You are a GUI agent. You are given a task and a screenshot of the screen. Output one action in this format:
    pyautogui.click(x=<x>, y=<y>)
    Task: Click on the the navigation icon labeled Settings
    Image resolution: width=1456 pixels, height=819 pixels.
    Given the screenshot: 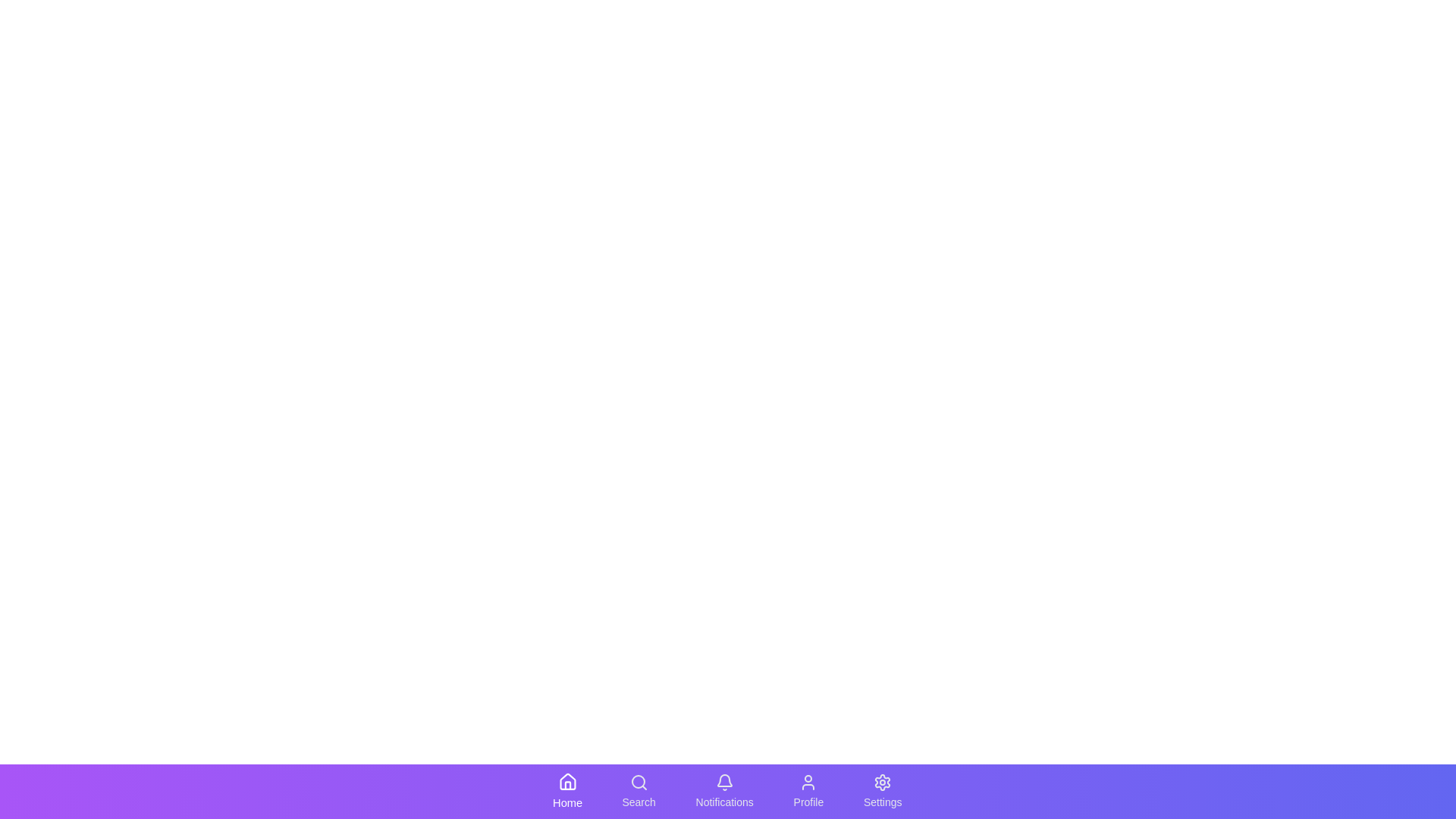 What is the action you would take?
    pyautogui.click(x=882, y=791)
    